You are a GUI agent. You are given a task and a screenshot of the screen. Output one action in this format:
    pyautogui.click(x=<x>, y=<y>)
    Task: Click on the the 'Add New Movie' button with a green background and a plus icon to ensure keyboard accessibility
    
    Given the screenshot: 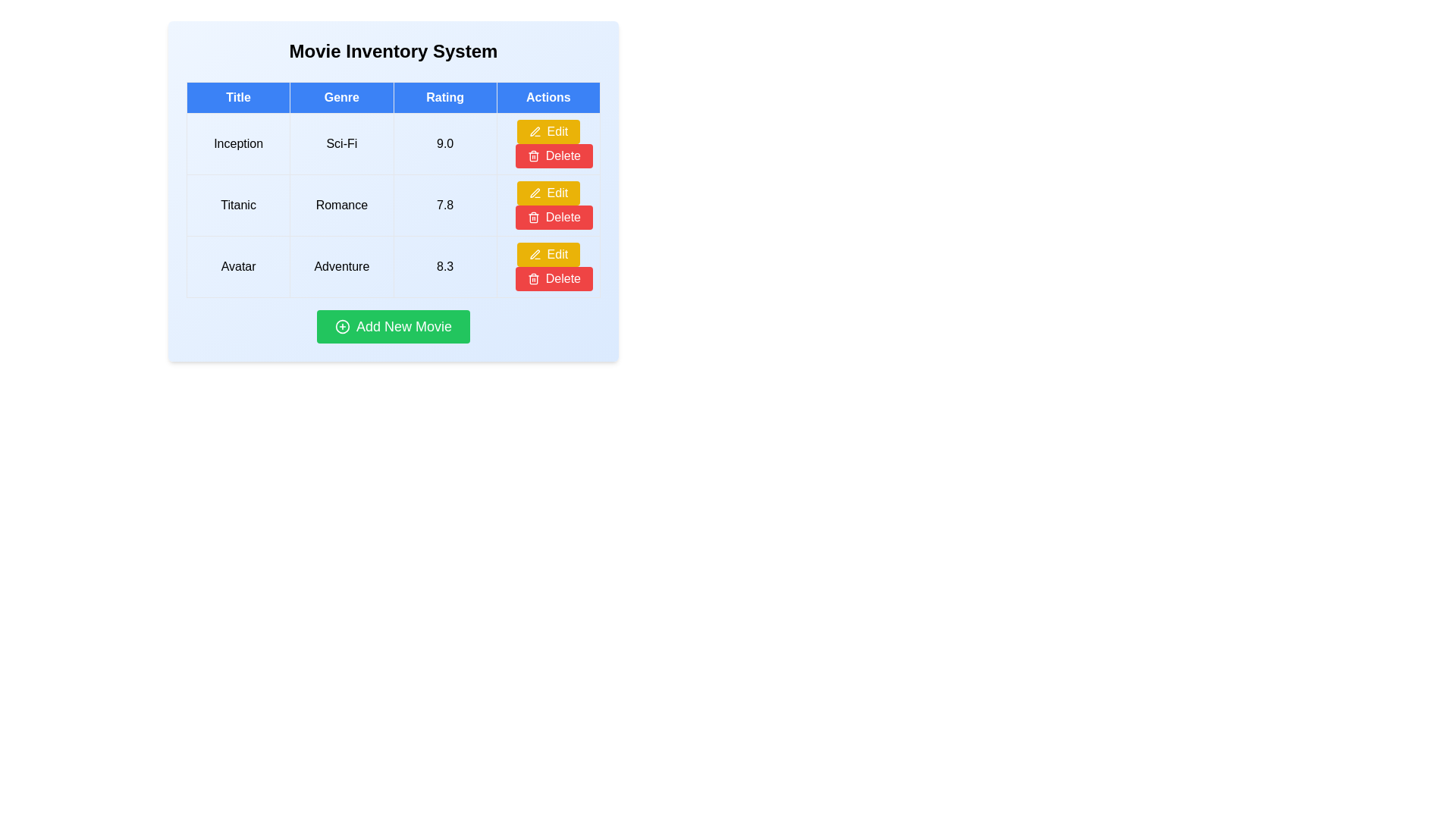 What is the action you would take?
    pyautogui.click(x=393, y=326)
    